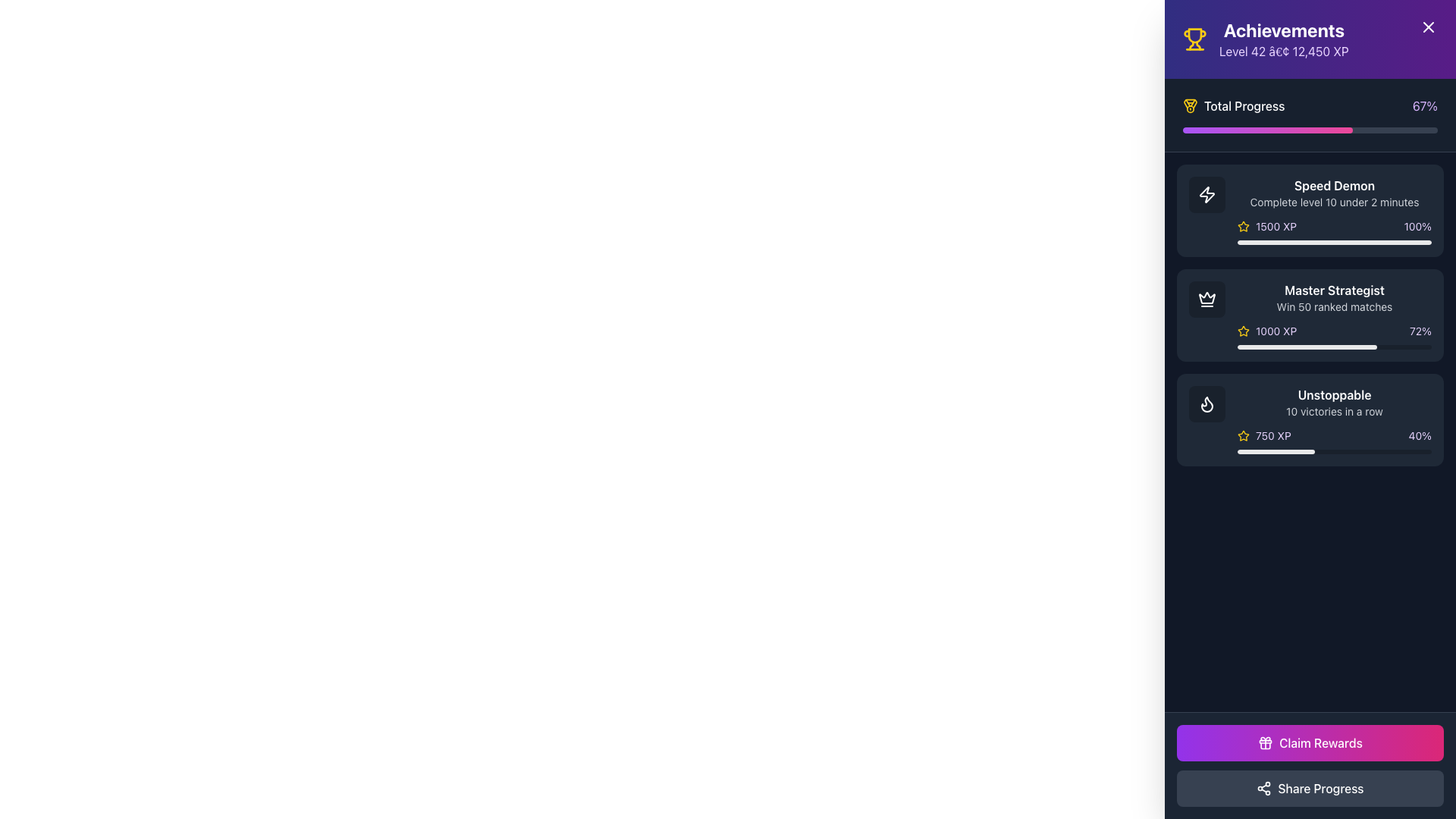  What do you see at coordinates (1417, 227) in the screenshot?
I see `the Text label indicating the completion percentage of the achievement within the 'Speed Demon' card in the Achievements section` at bounding box center [1417, 227].